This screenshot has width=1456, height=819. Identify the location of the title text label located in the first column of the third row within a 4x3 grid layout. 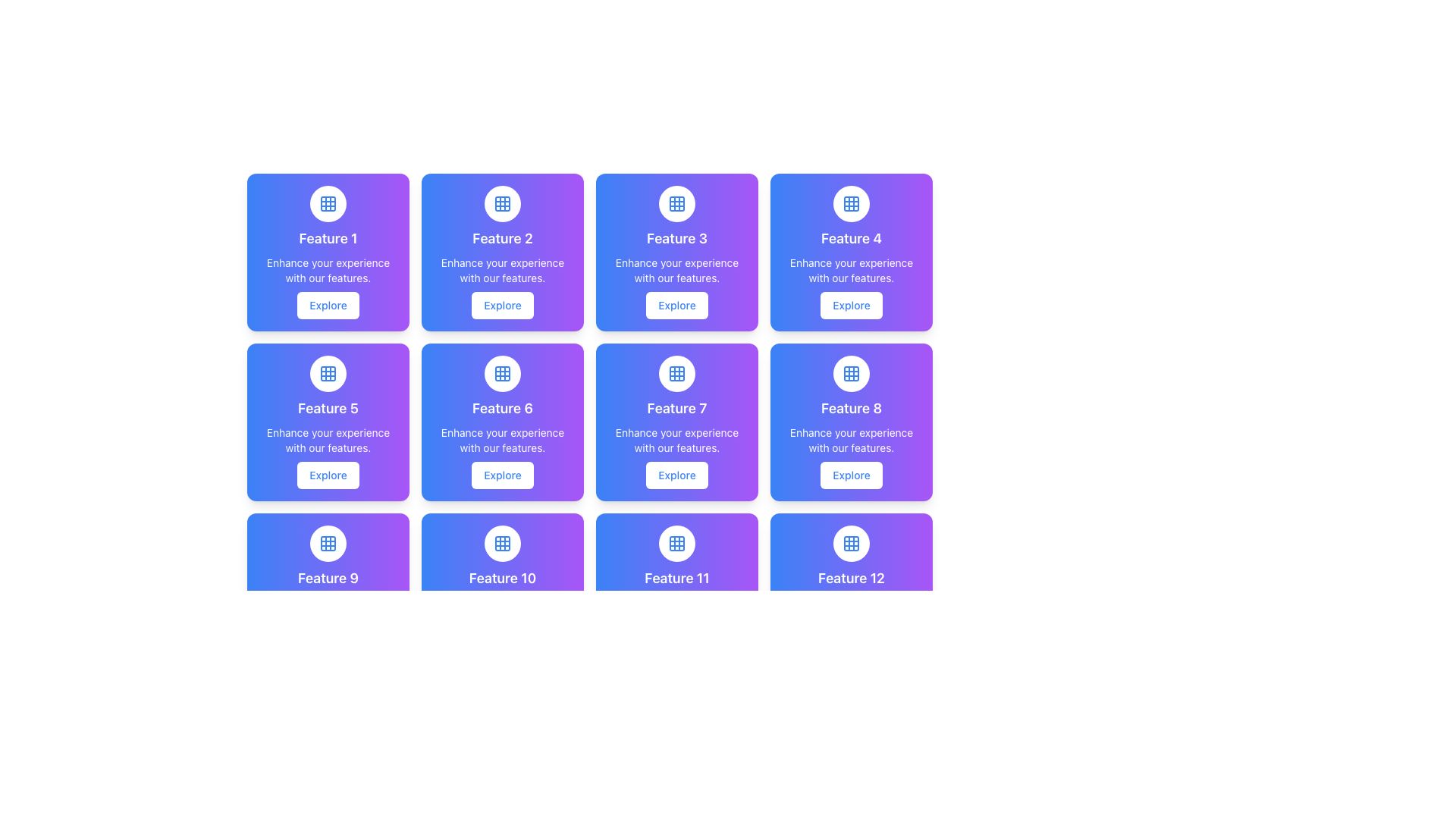
(327, 579).